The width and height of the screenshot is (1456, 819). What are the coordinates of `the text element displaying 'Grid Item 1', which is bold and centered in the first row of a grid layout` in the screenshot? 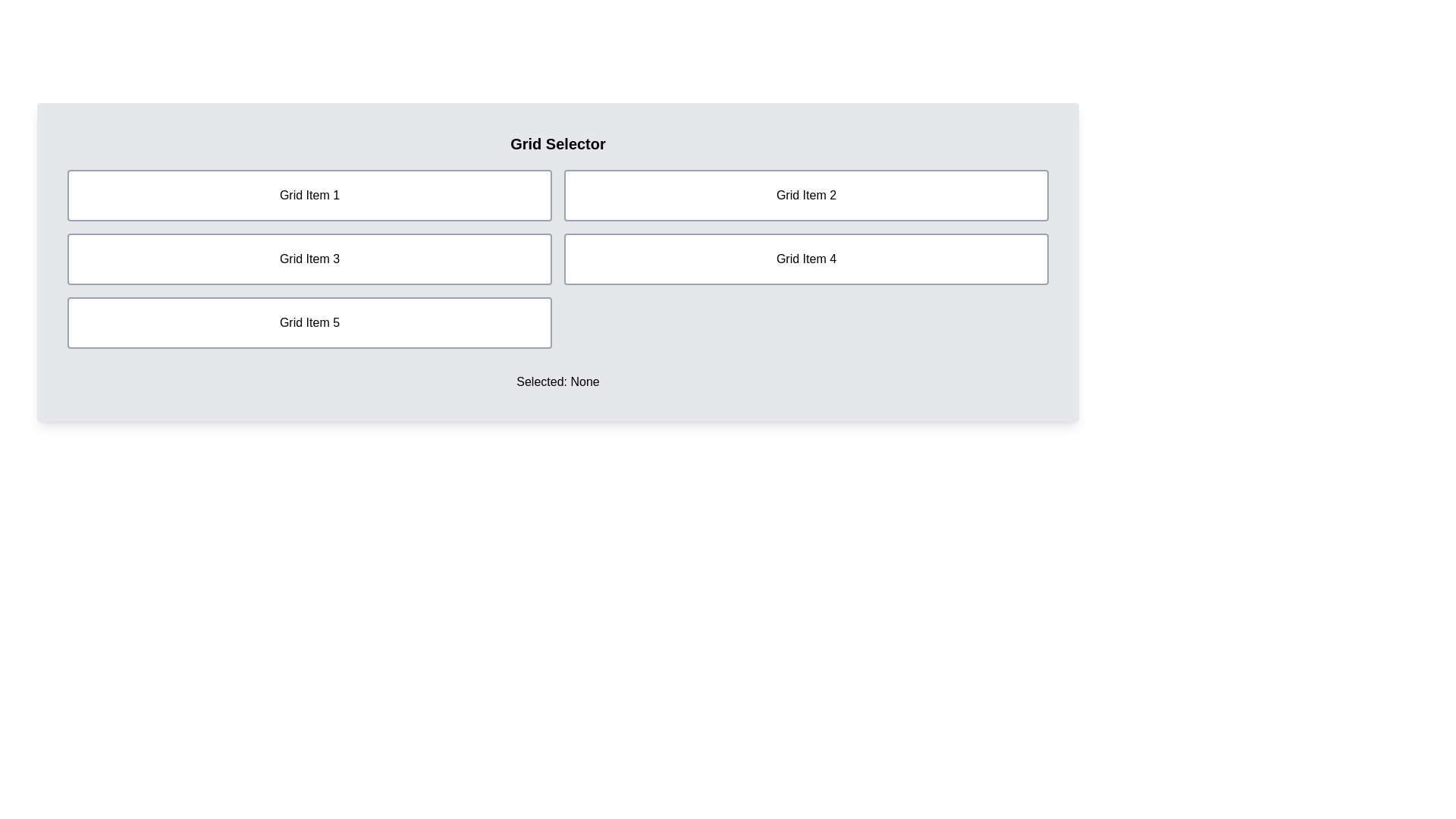 It's located at (309, 195).